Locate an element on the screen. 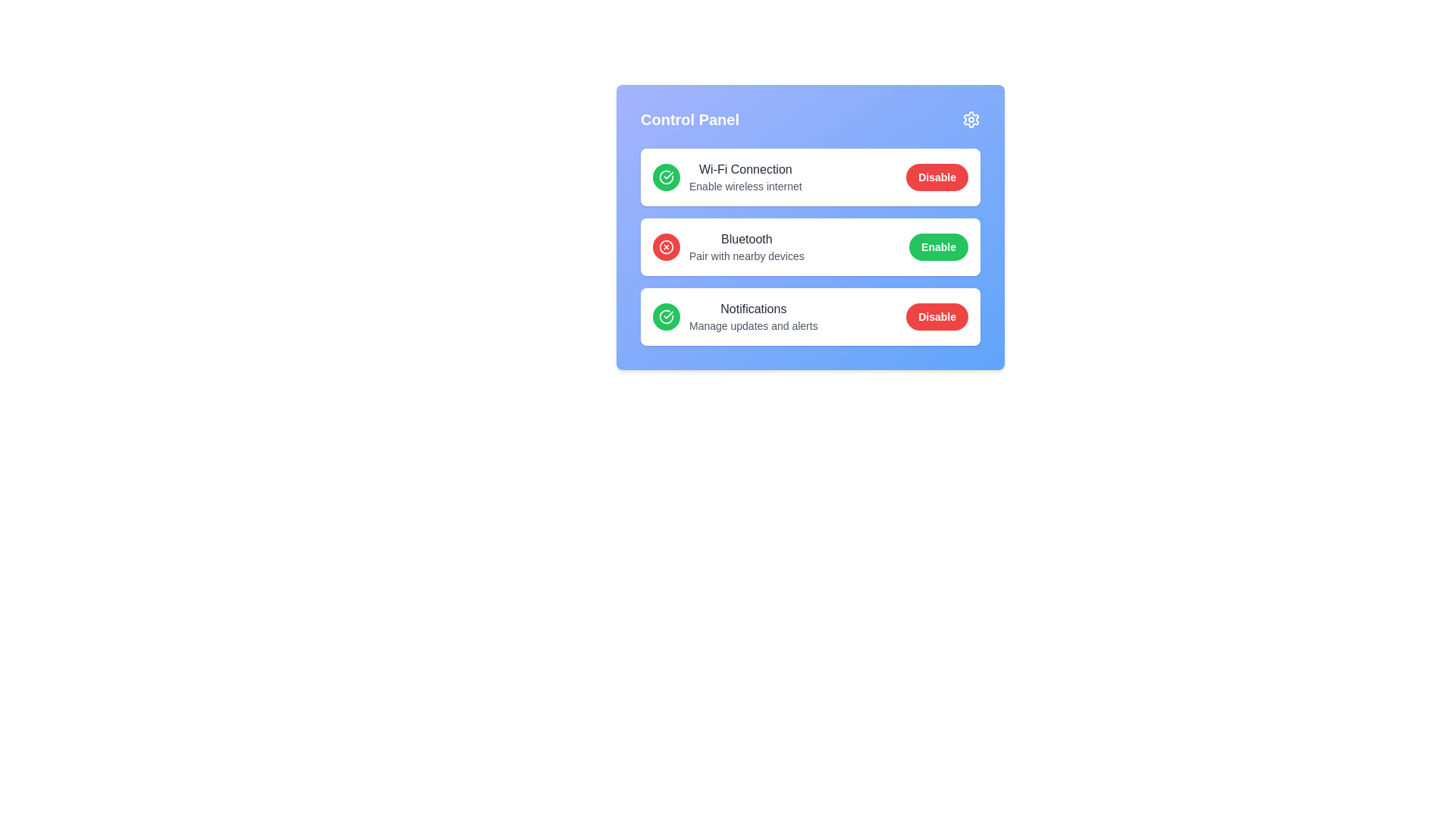 This screenshot has height=819, width=1456. the settings icon at the top right of the MultiFunctionPanel is located at coordinates (971, 119).